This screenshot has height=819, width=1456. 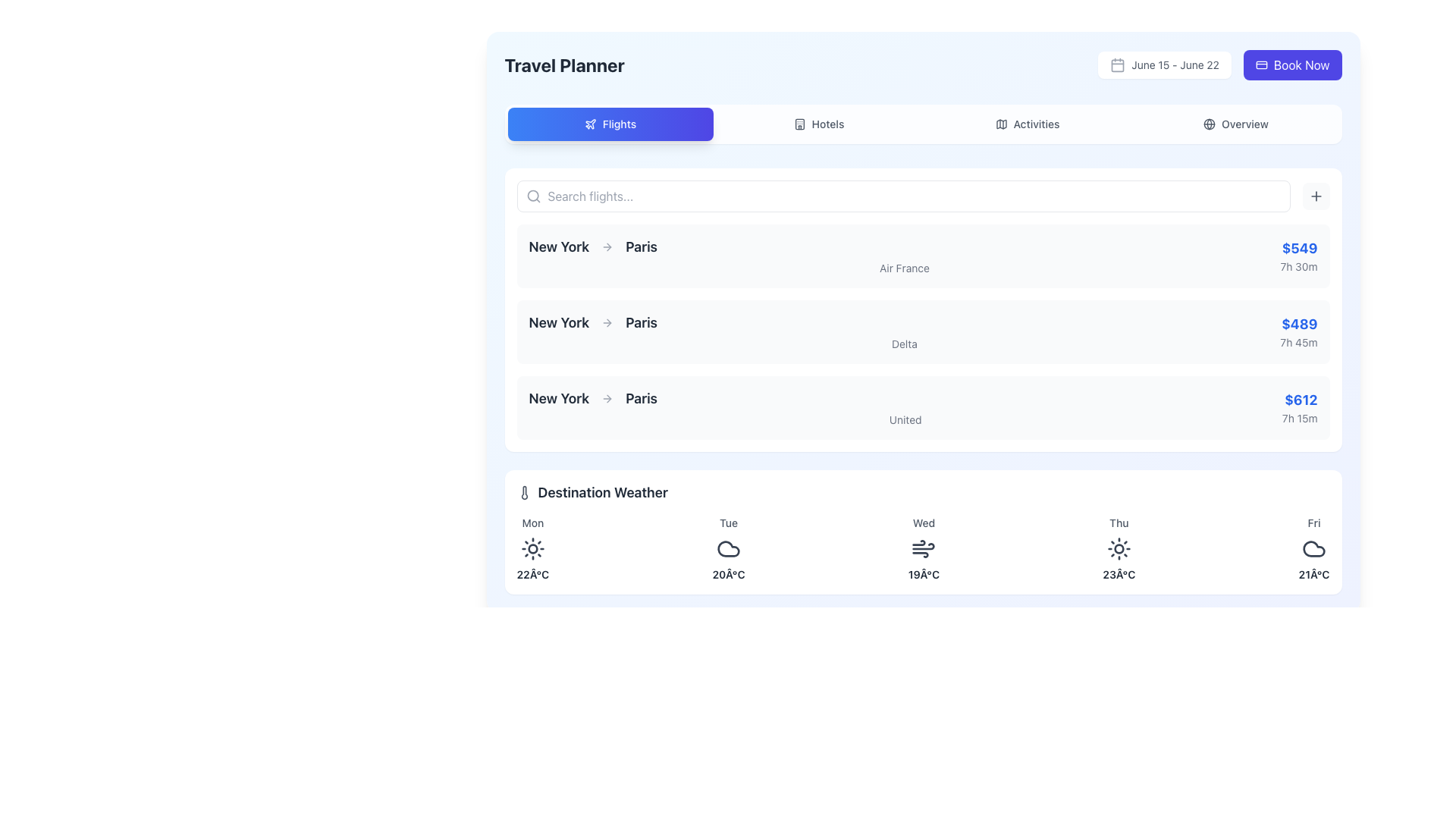 I want to click on the decorative weather icon located beside the 'Destination Weather' text, which serves as a visual indicator for the weather section, so click(x=524, y=493).